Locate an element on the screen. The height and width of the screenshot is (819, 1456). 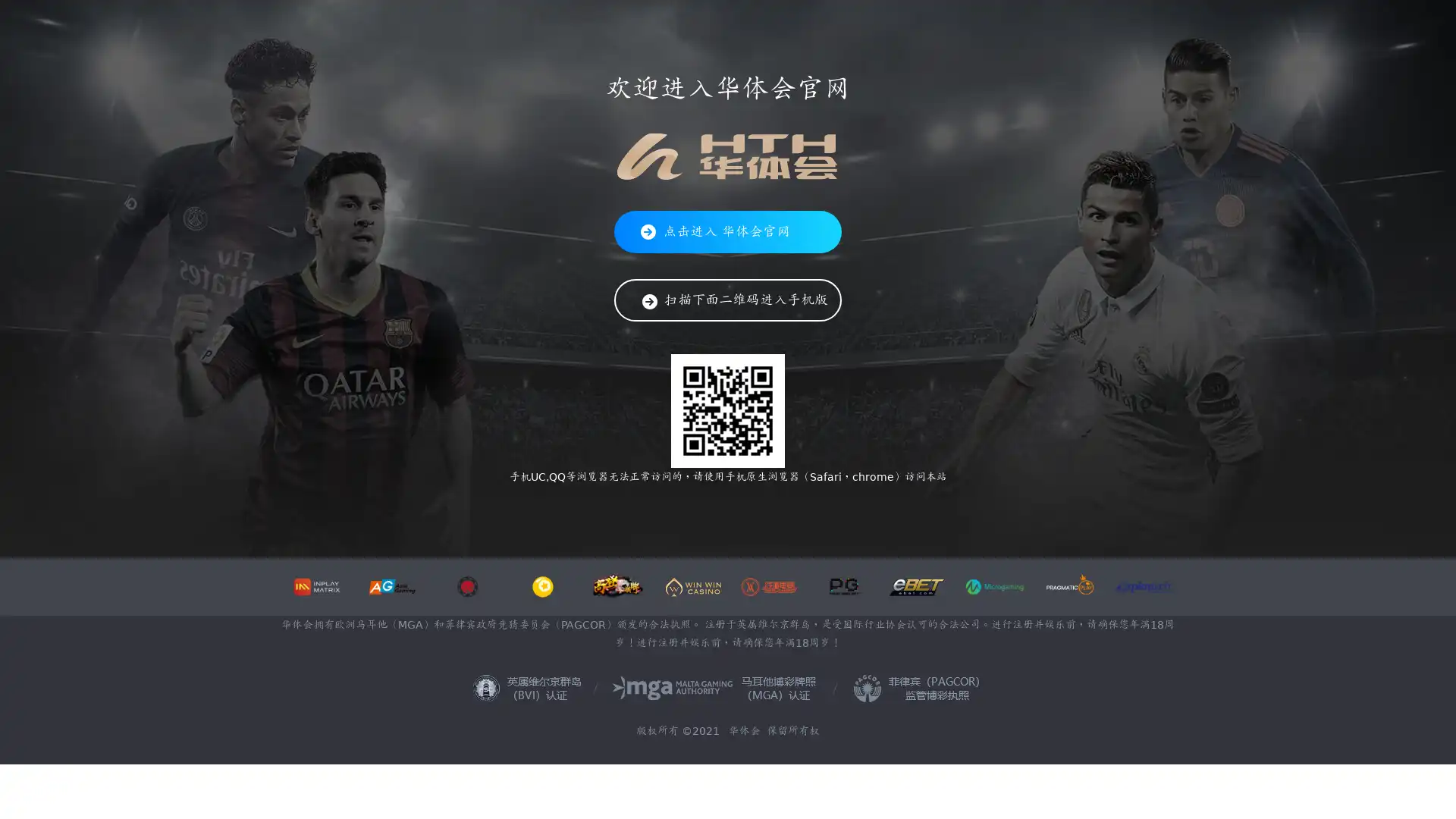
12 is located at coordinates (778, 505).